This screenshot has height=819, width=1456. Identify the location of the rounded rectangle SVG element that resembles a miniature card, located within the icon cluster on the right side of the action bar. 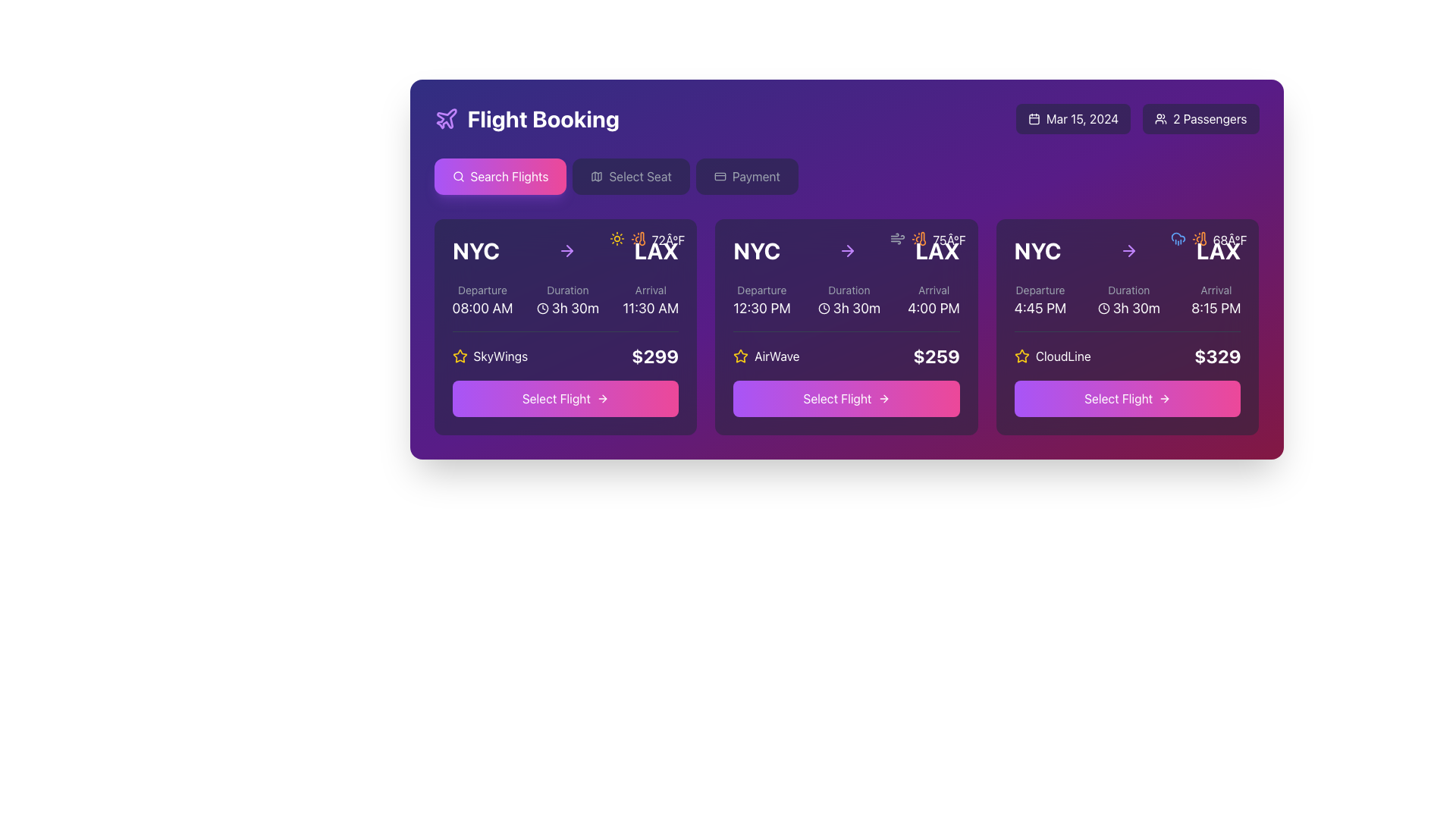
(719, 175).